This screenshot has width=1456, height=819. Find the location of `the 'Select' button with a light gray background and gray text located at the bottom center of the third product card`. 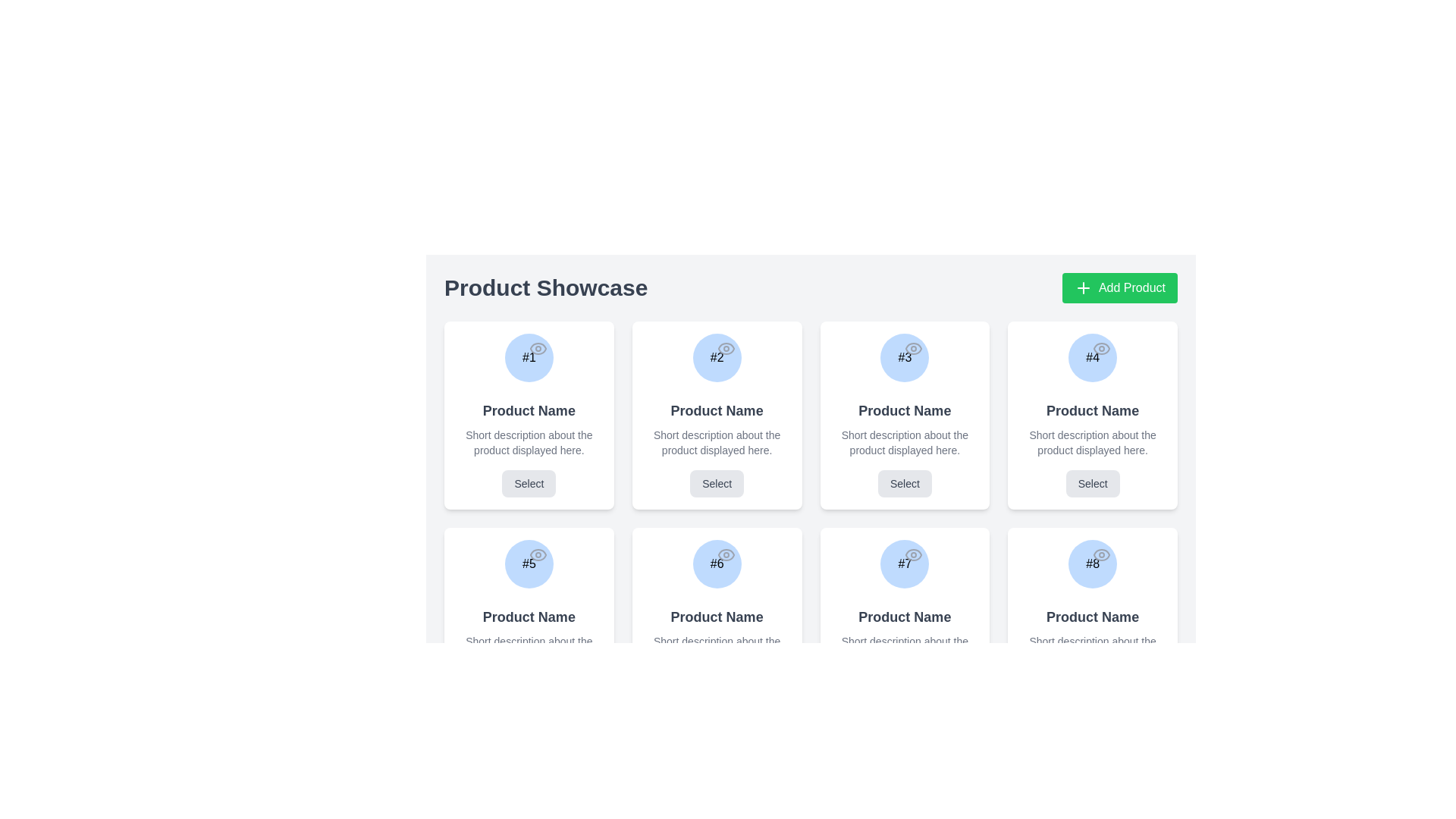

the 'Select' button with a light gray background and gray text located at the bottom center of the third product card is located at coordinates (905, 483).